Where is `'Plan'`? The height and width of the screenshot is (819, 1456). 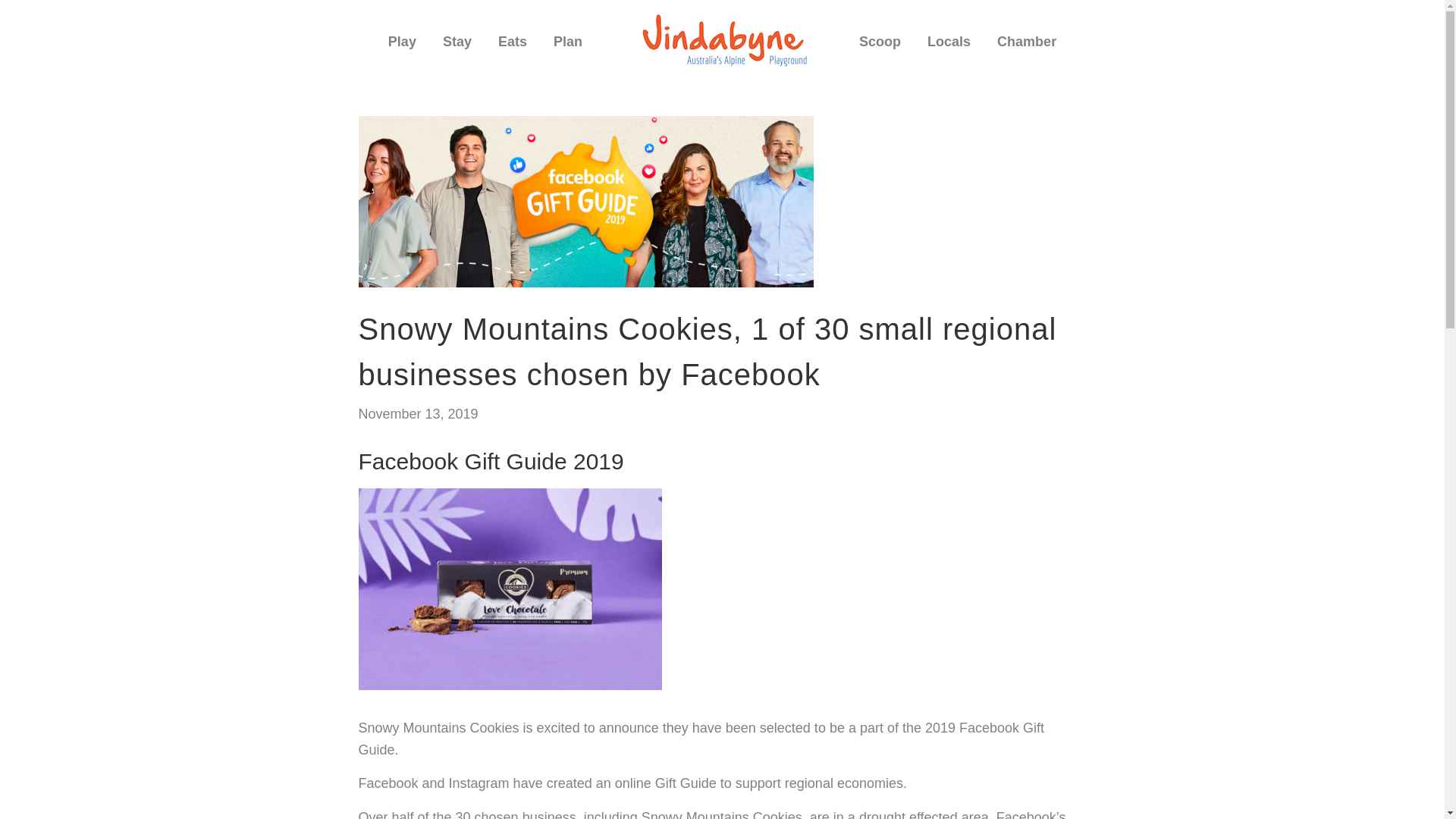
'Plan' is located at coordinates (566, 47).